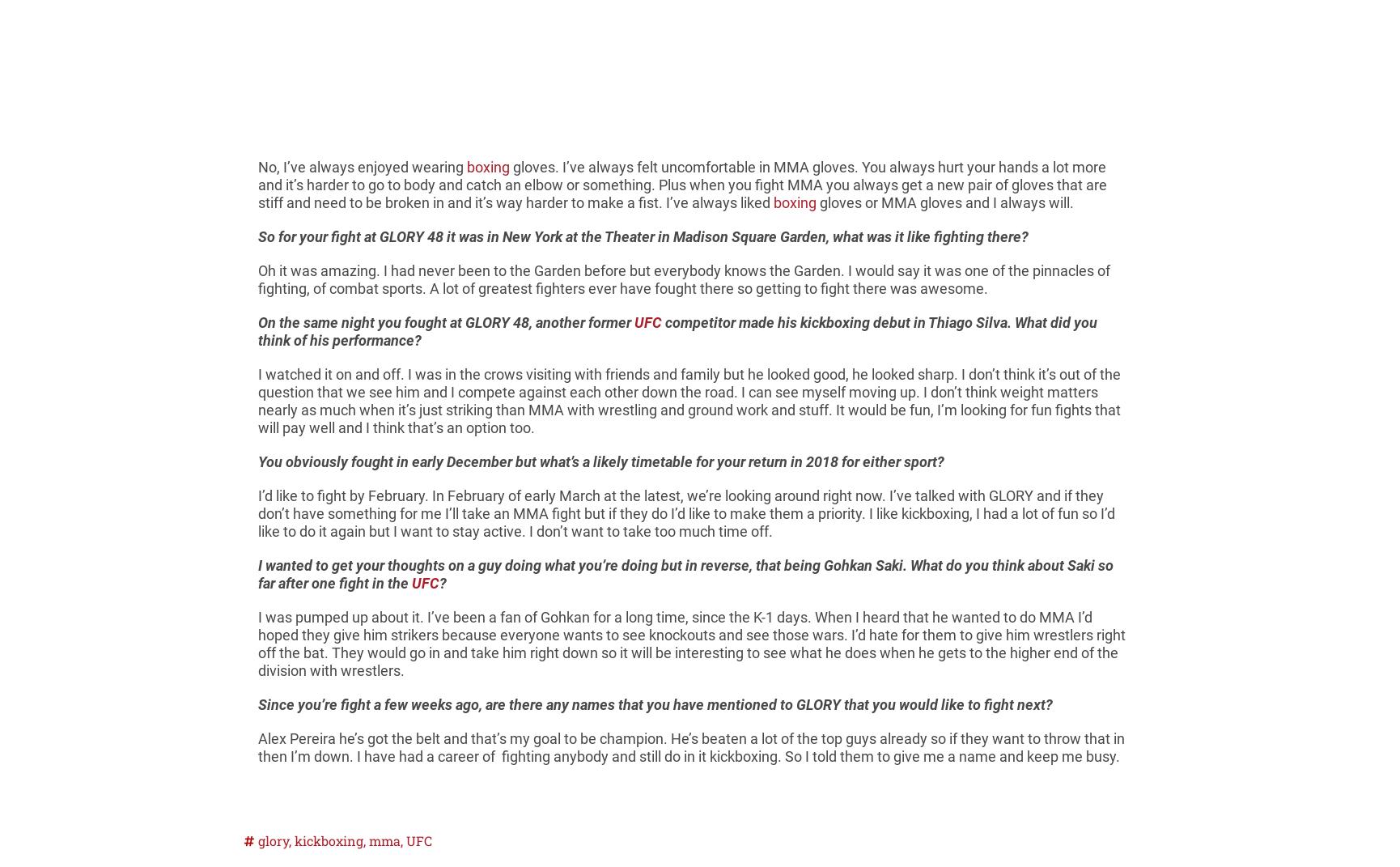  I want to click on 'Since you’re fight a few weeks ago, are there any names that you have mentioned to GLORY that you would like to fight next?', so click(654, 704).